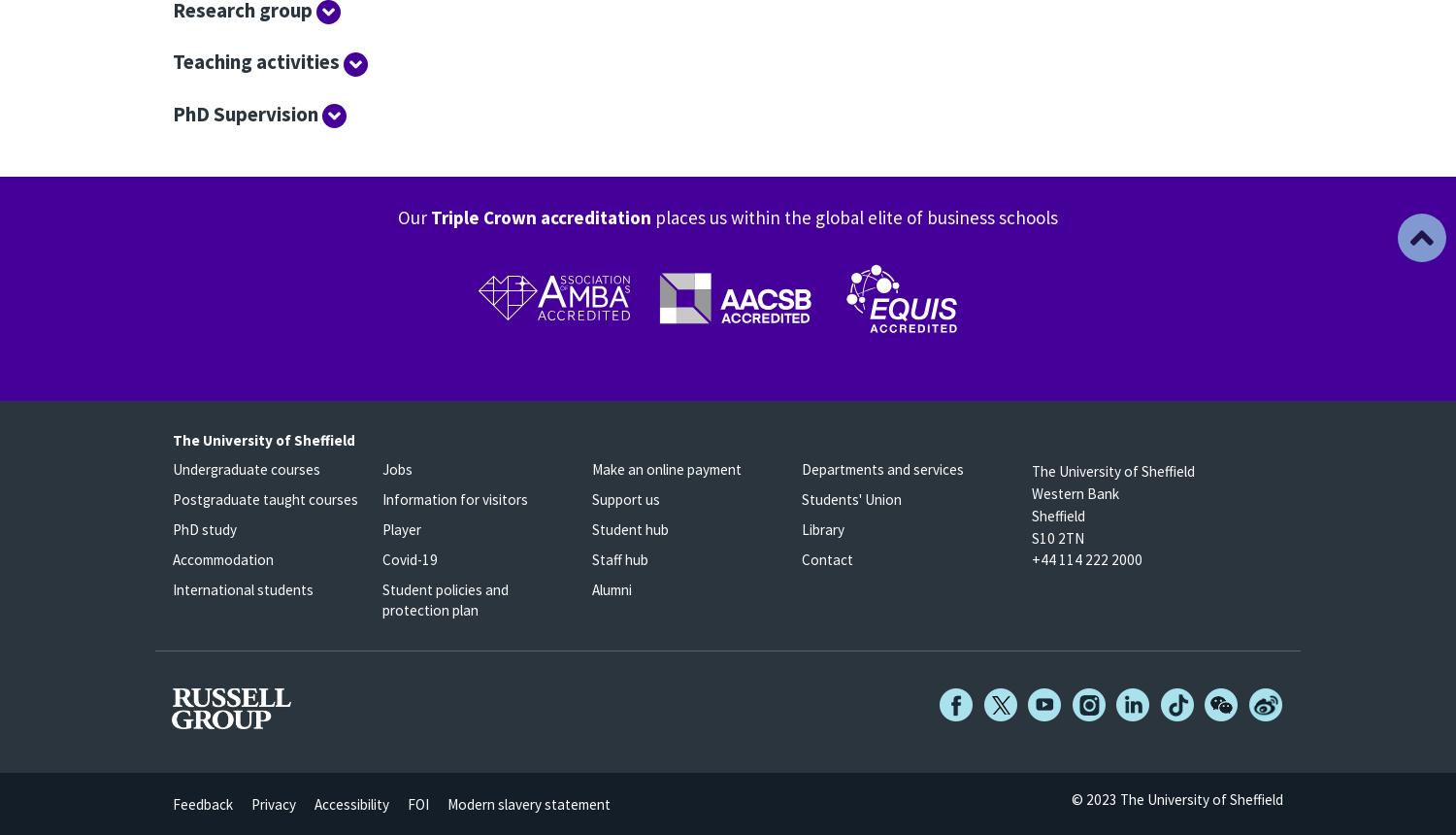 The image size is (1456, 835). Describe the element at coordinates (541, 216) in the screenshot. I see `'Triple Crown accreditation'` at that location.